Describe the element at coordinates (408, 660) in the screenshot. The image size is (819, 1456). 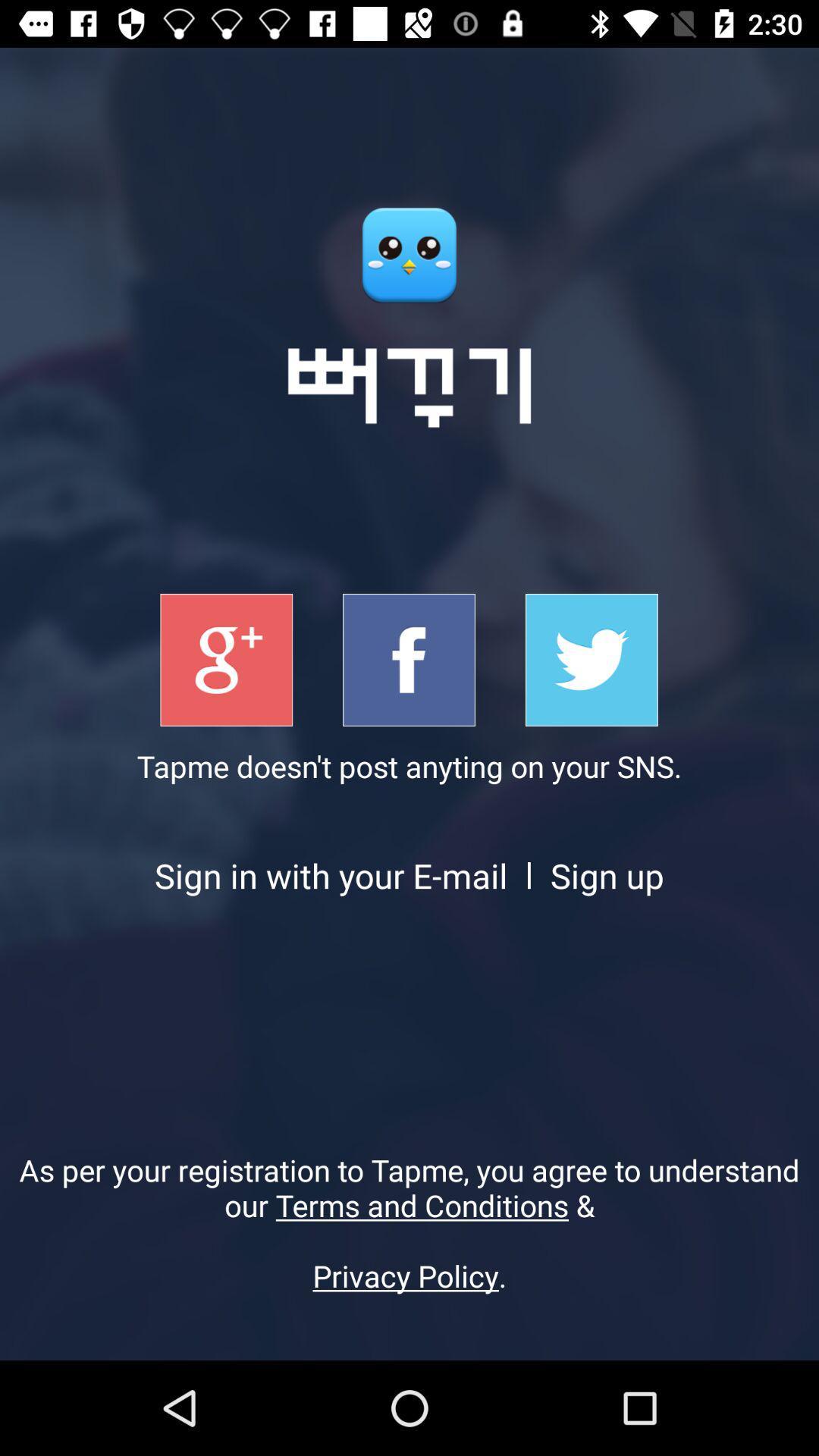
I see `singup with fb` at that location.